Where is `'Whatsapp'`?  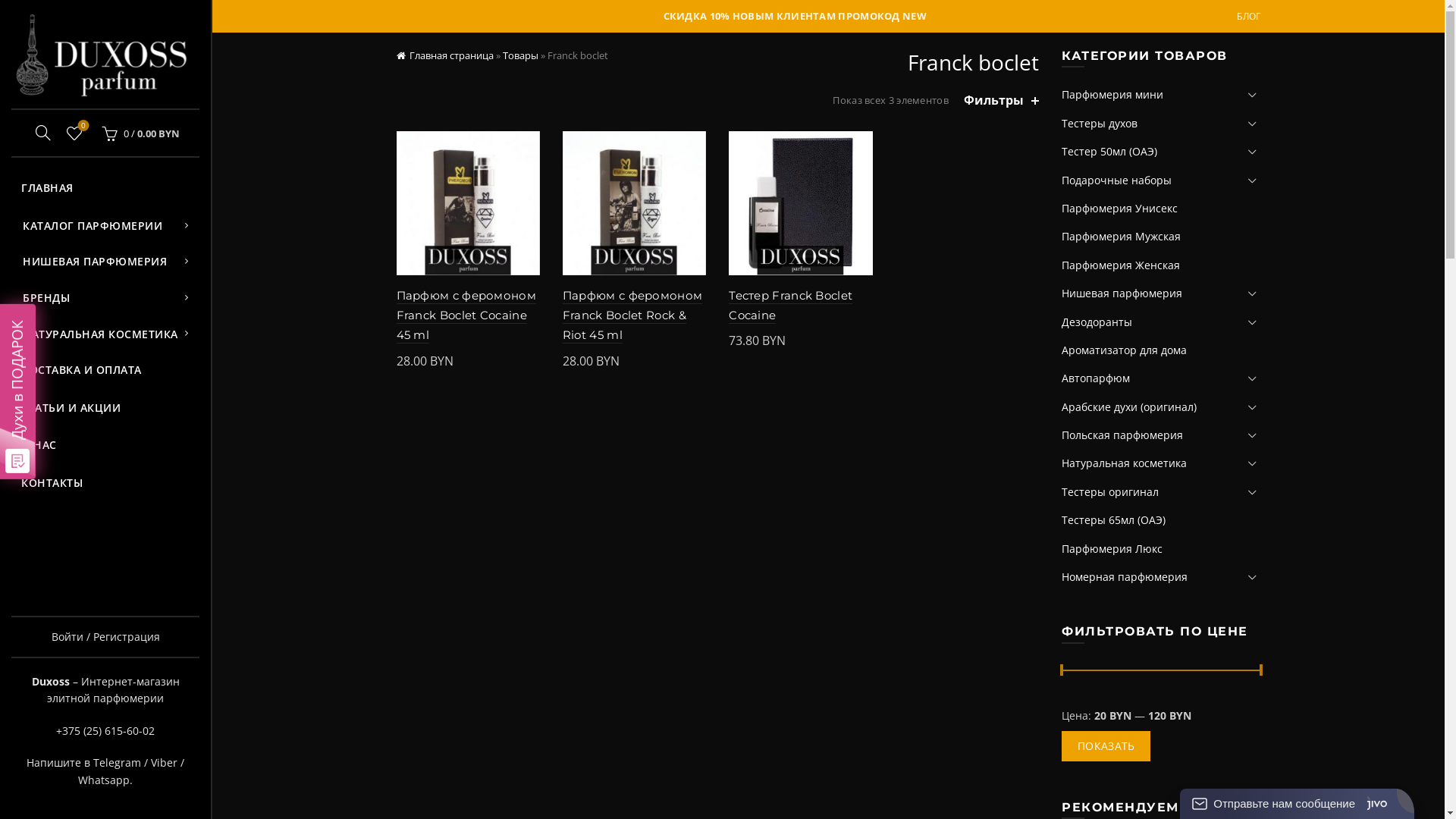 'Whatsapp' is located at coordinates (103, 780).